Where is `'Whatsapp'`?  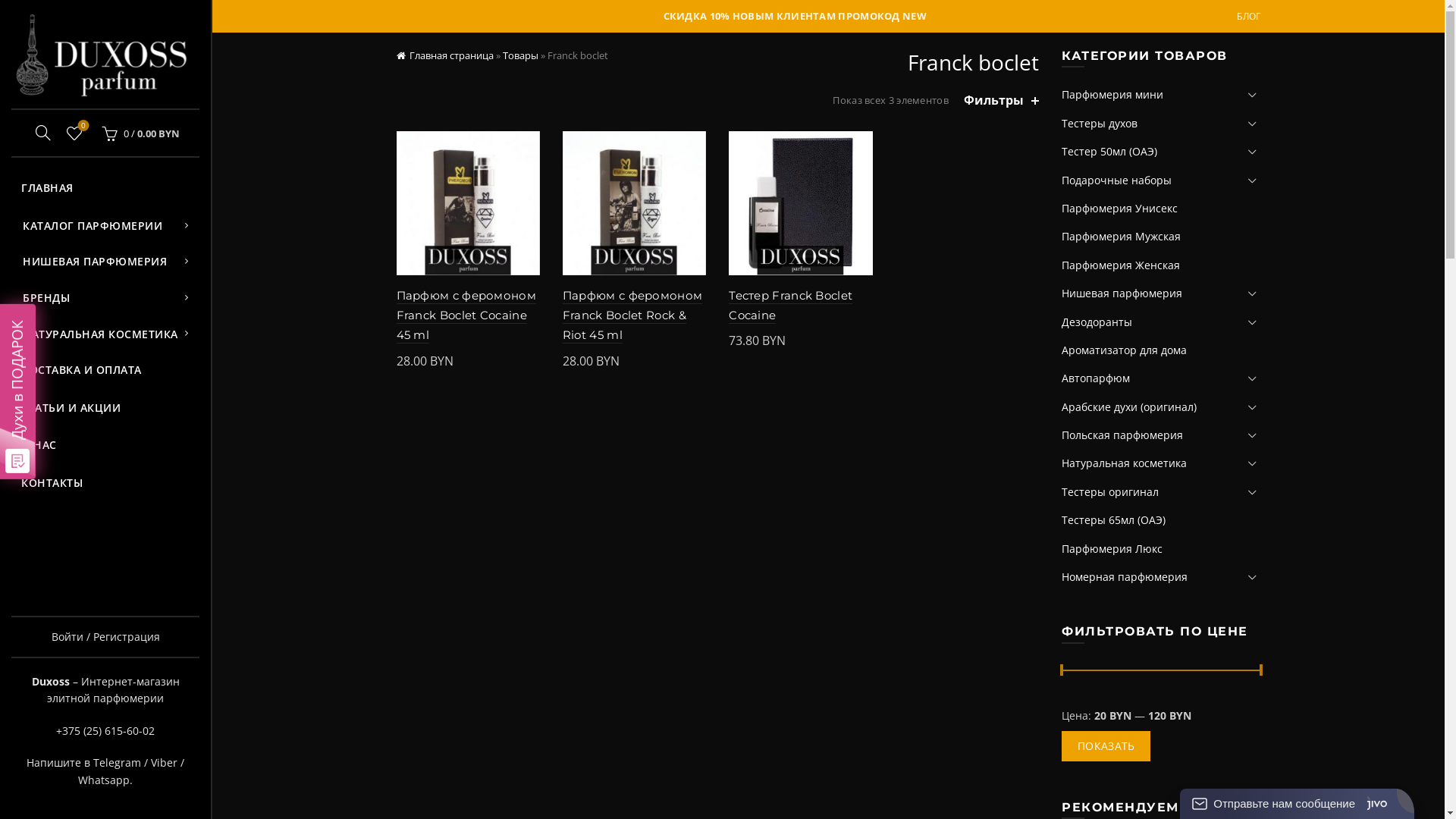 'Whatsapp' is located at coordinates (103, 780).